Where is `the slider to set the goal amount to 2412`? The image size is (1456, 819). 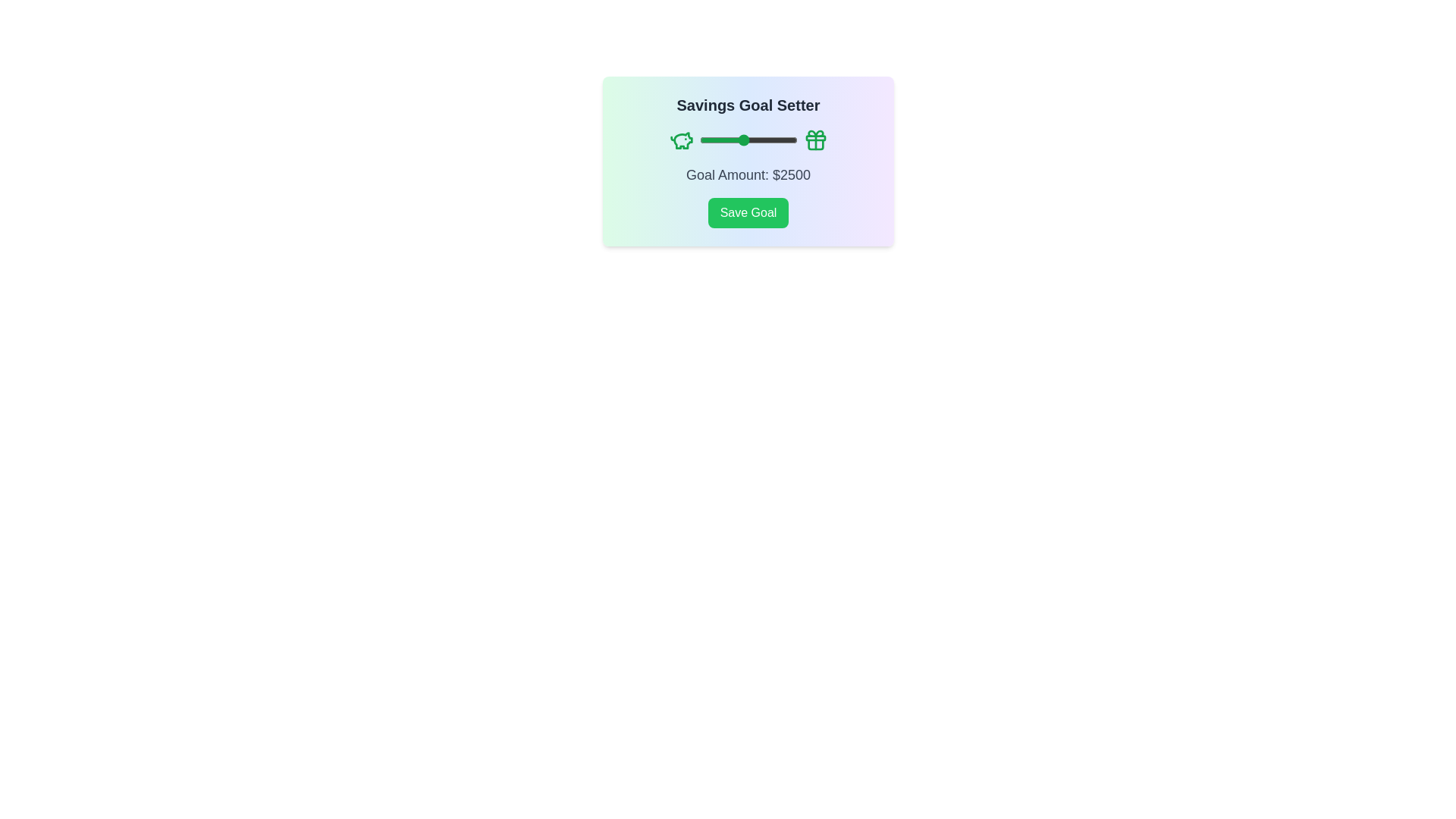 the slider to set the goal amount to 2412 is located at coordinates (741, 140).